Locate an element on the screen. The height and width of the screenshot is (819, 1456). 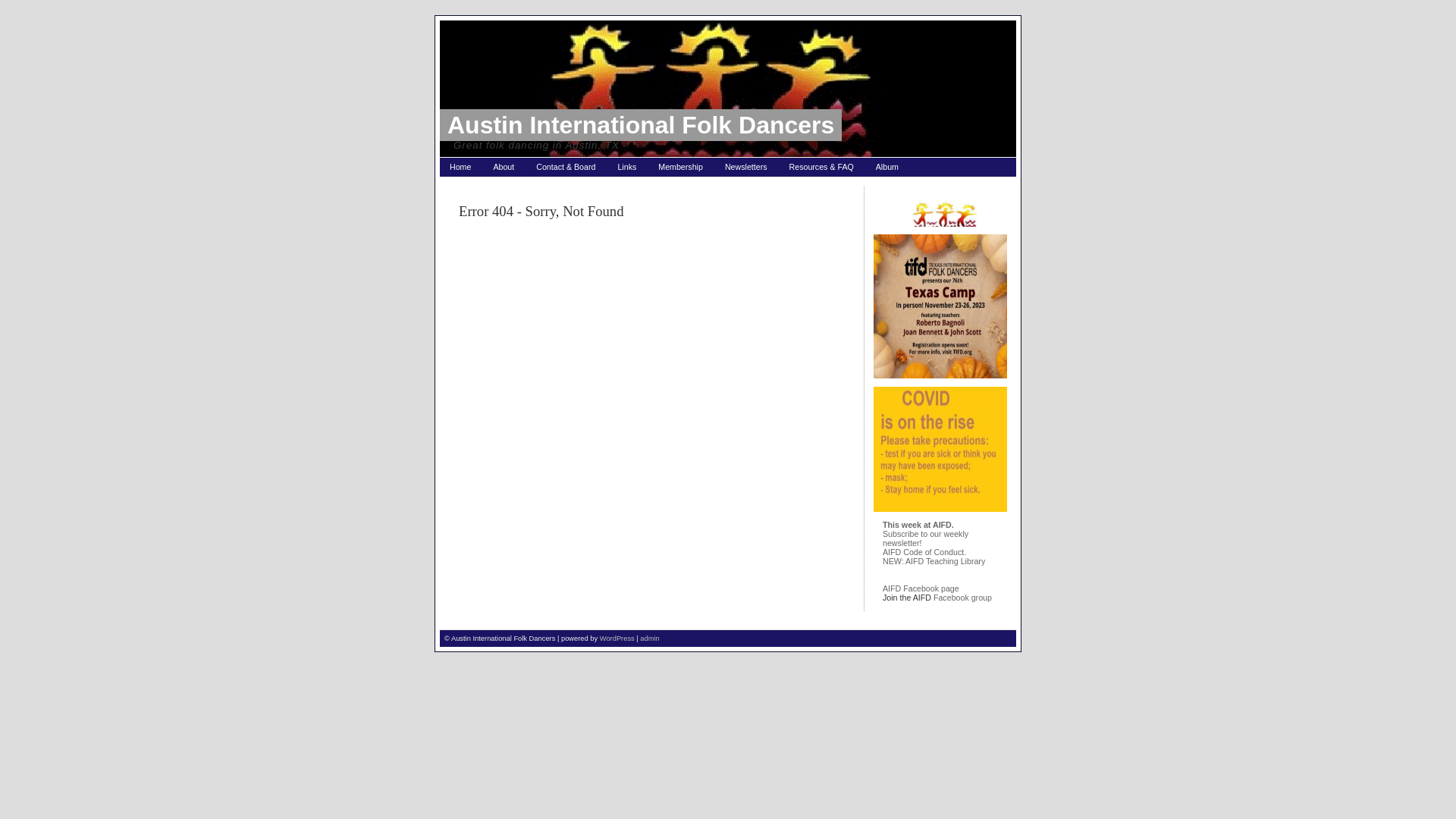
'About' is located at coordinates (503, 166).